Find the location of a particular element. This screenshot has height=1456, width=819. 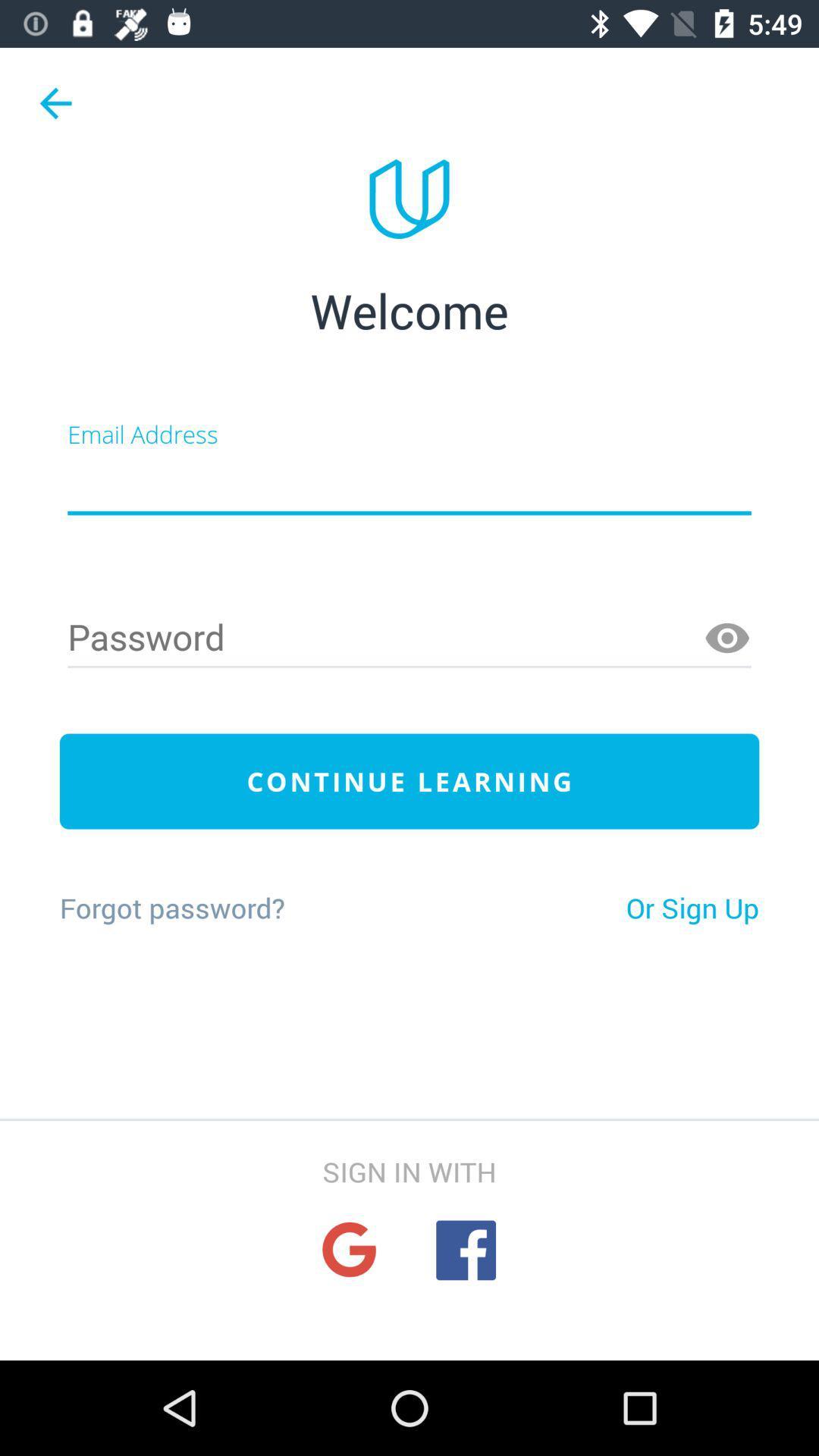

email is located at coordinates (409, 483).